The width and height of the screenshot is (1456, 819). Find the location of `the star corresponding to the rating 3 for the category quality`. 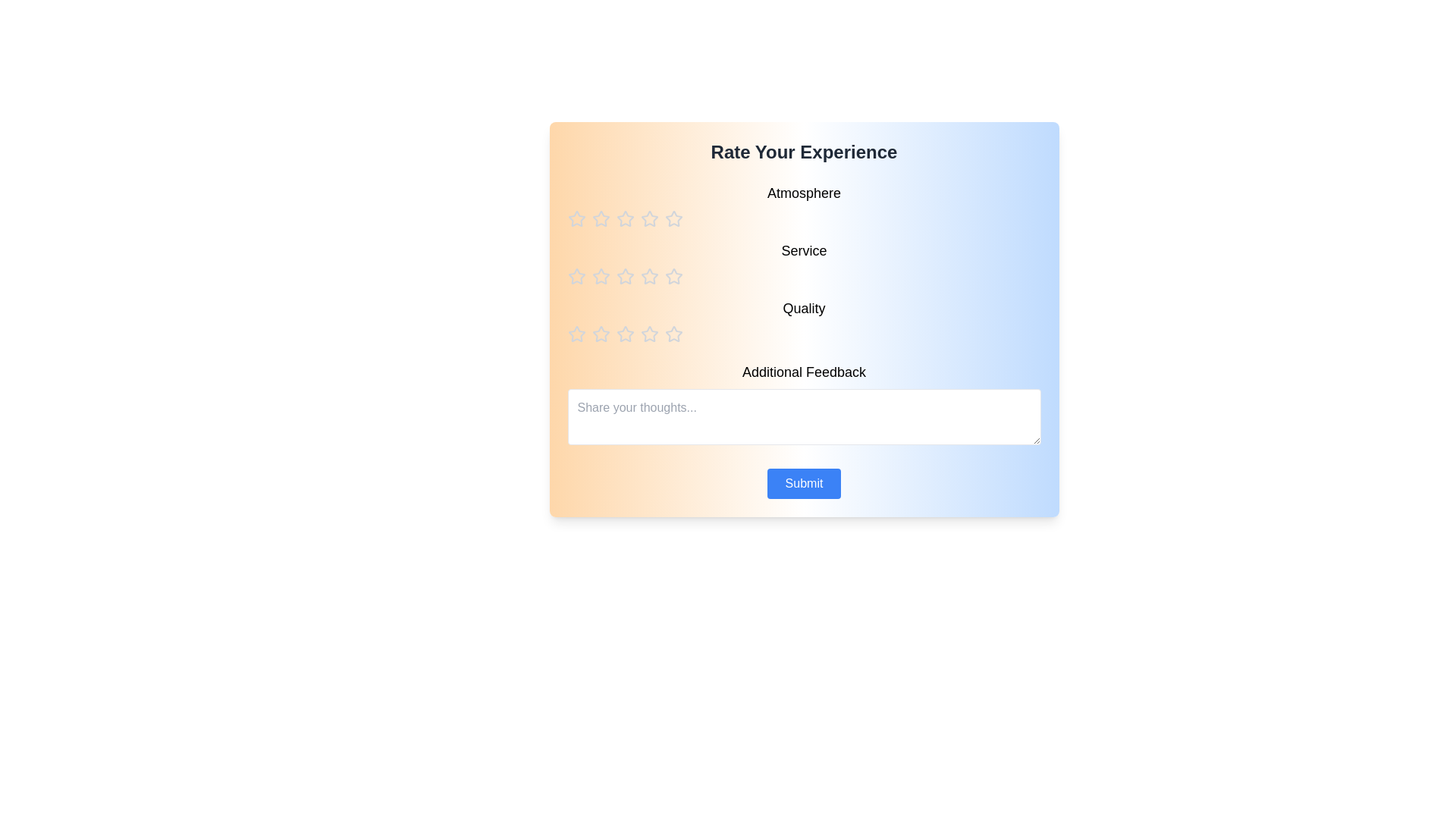

the star corresponding to the rating 3 for the category quality is located at coordinates (625, 333).